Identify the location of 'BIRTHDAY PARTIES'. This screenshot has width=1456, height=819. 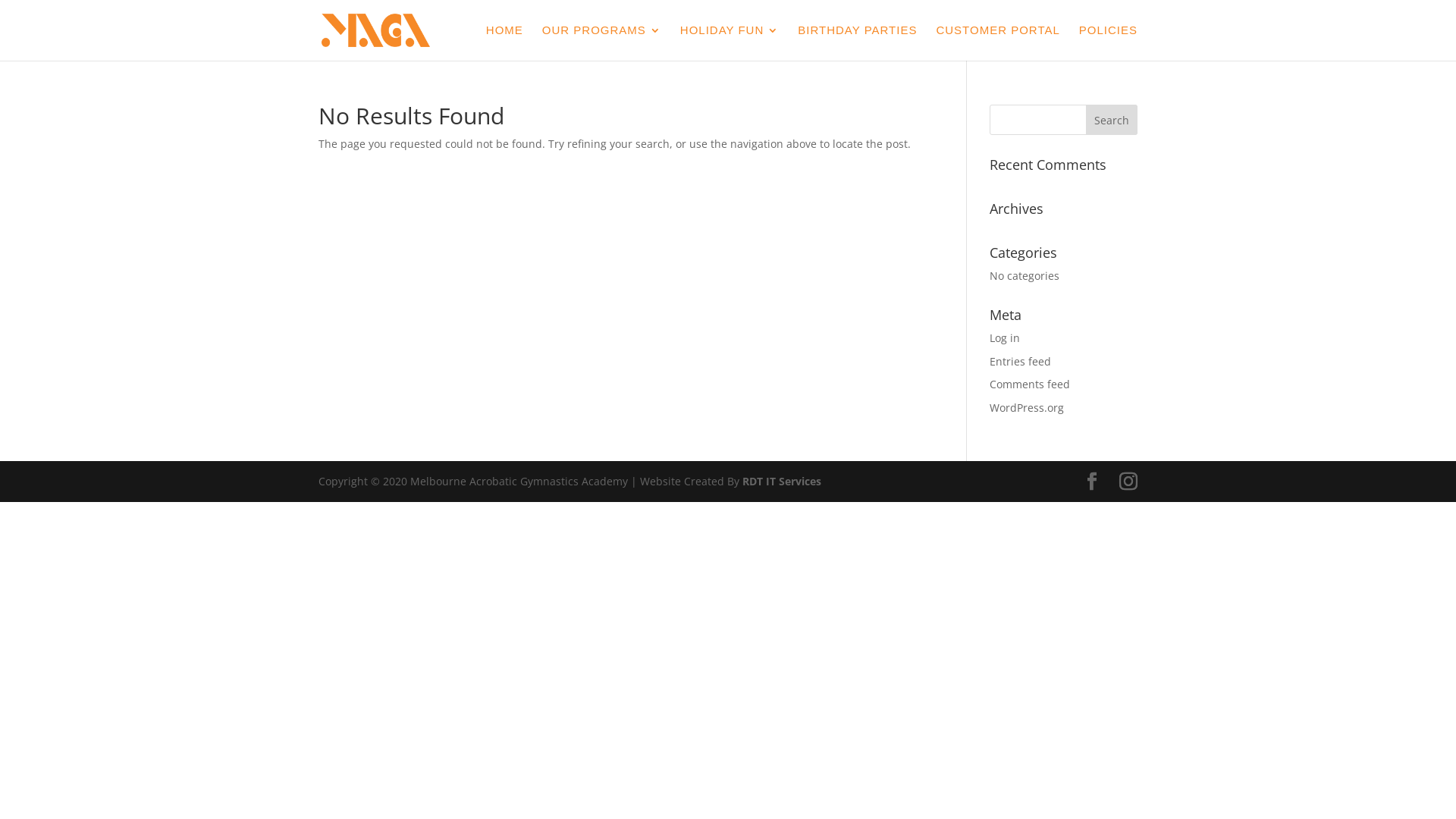
(857, 42).